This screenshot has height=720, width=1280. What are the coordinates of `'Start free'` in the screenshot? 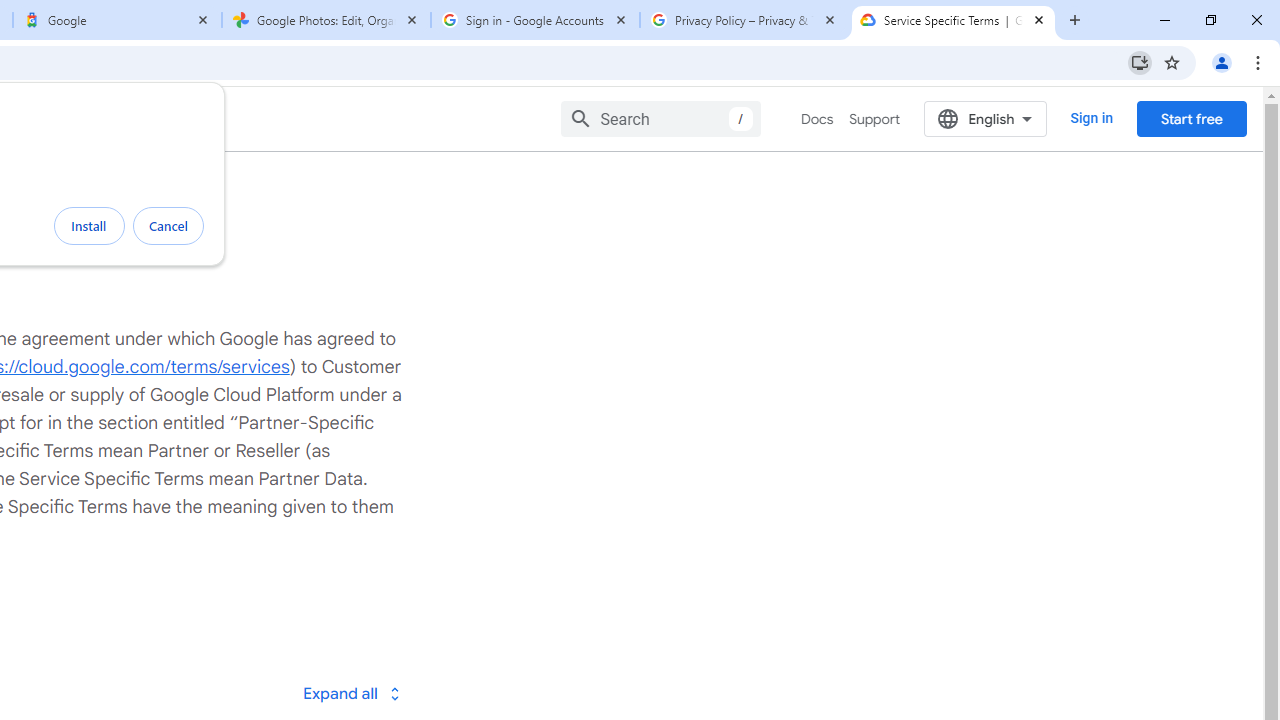 It's located at (1191, 118).